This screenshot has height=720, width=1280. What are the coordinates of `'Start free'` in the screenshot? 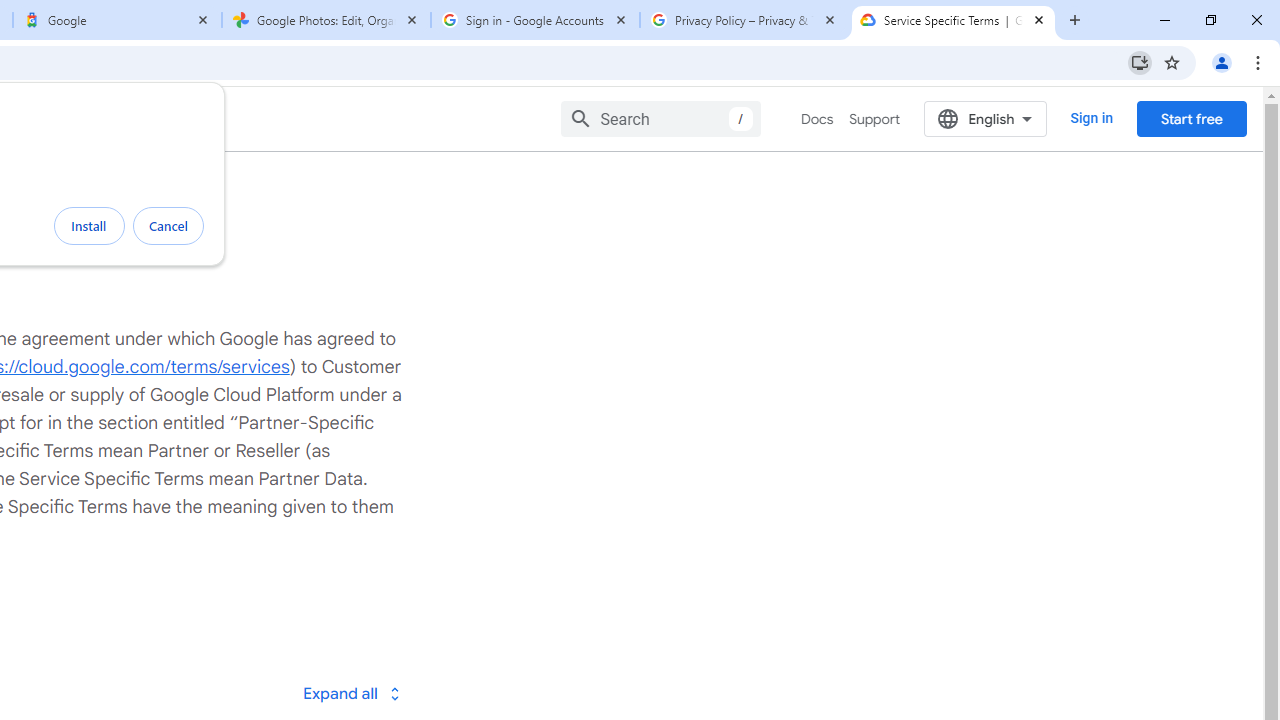 It's located at (1191, 118).